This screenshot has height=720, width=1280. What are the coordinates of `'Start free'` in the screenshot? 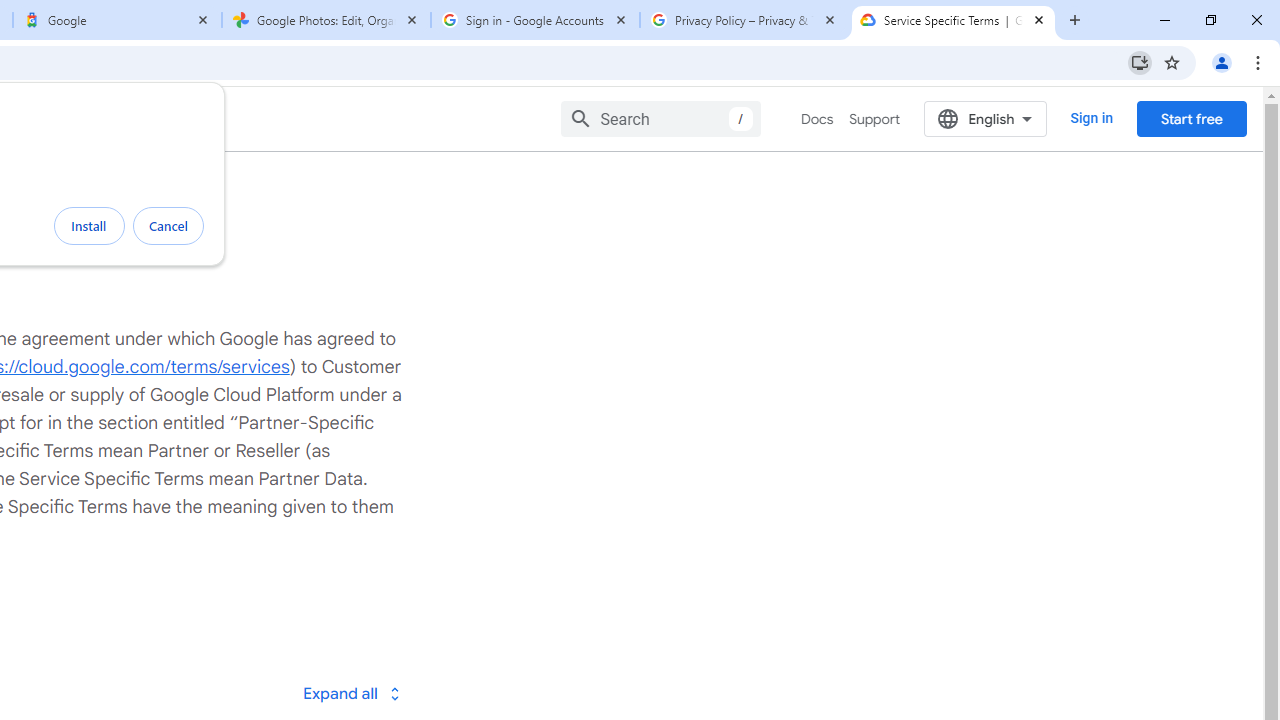 It's located at (1191, 118).